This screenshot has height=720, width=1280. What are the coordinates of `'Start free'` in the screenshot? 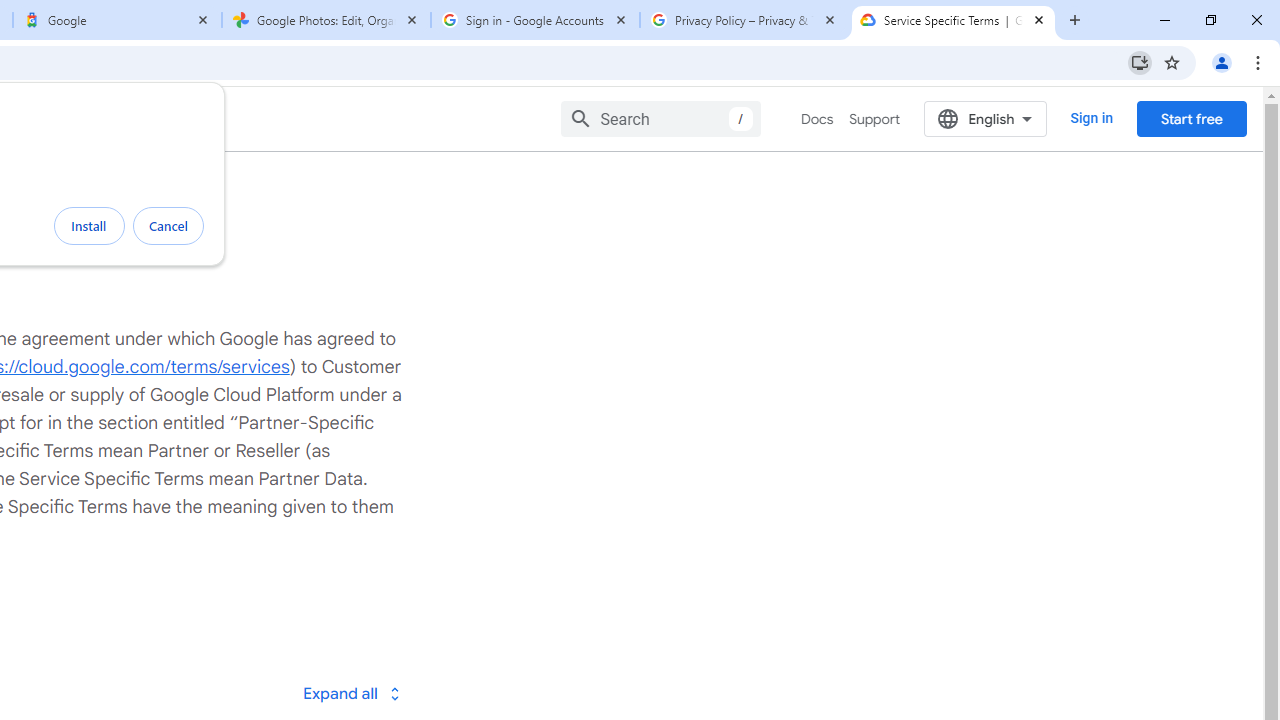 It's located at (1191, 118).